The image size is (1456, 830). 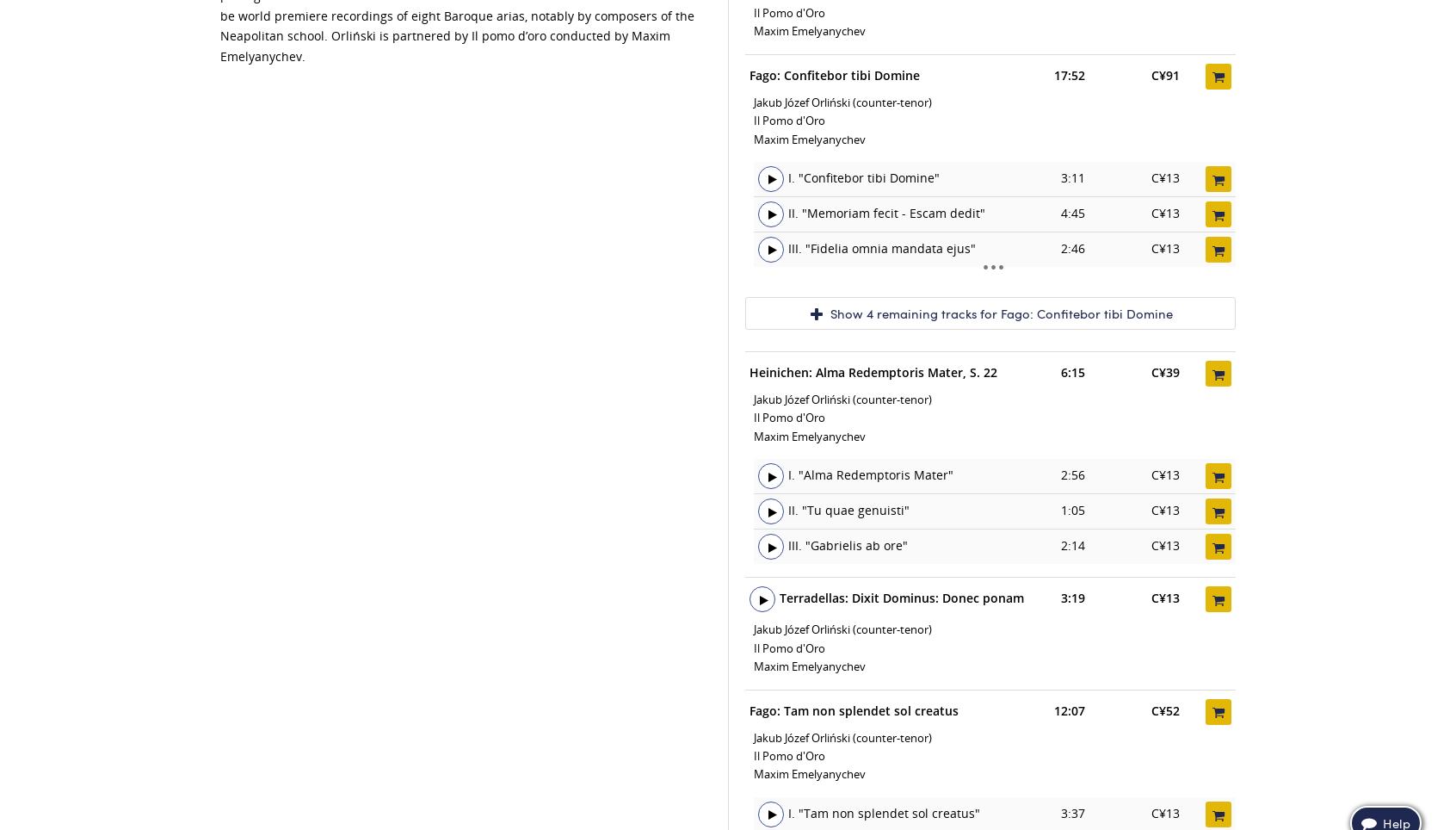 I want to click on 'C¥39', so click(x=1164, y=370).